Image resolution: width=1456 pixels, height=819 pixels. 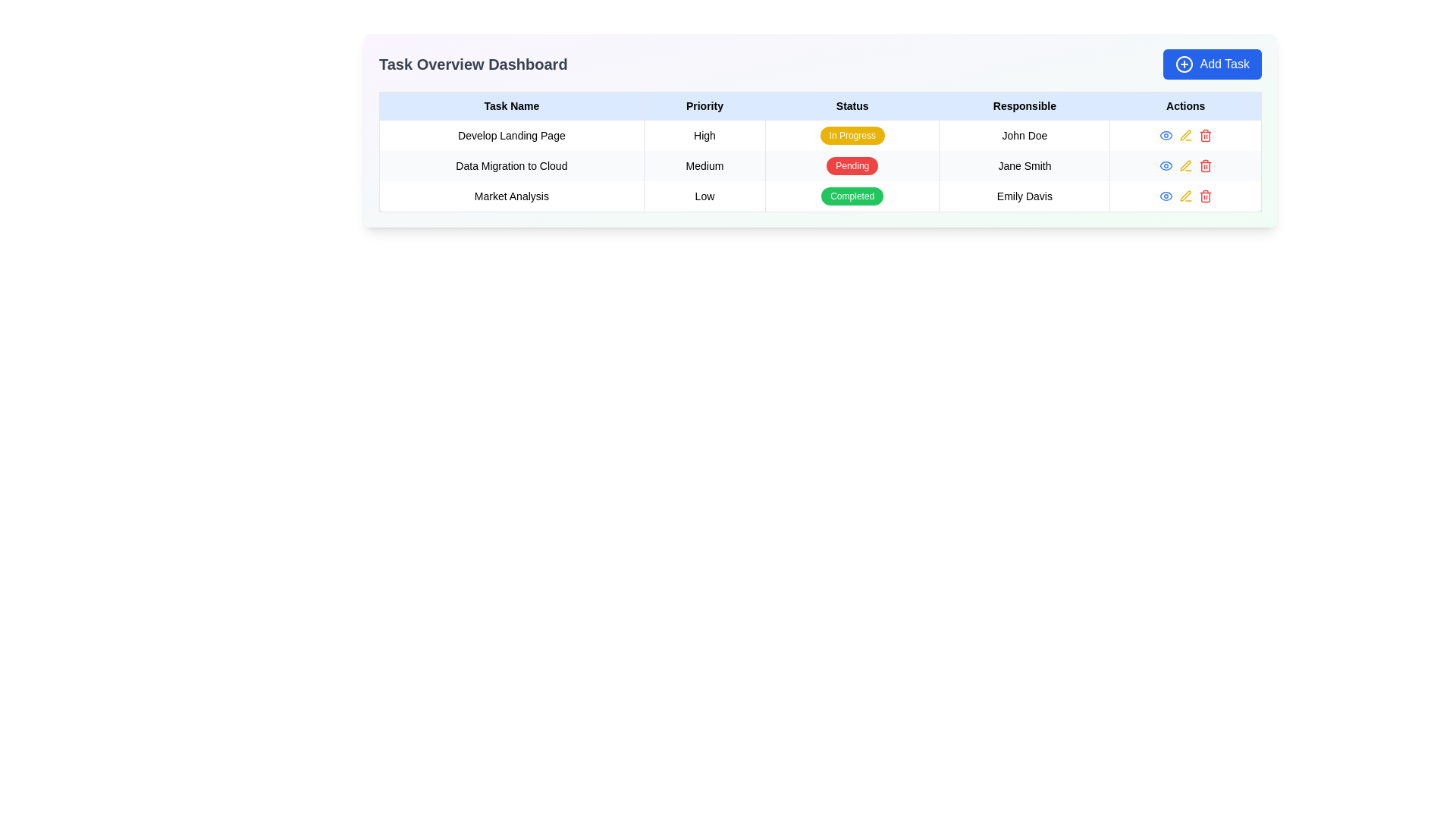 I want to click on the 'Responsible' text element, so click(x=1025, y=166).